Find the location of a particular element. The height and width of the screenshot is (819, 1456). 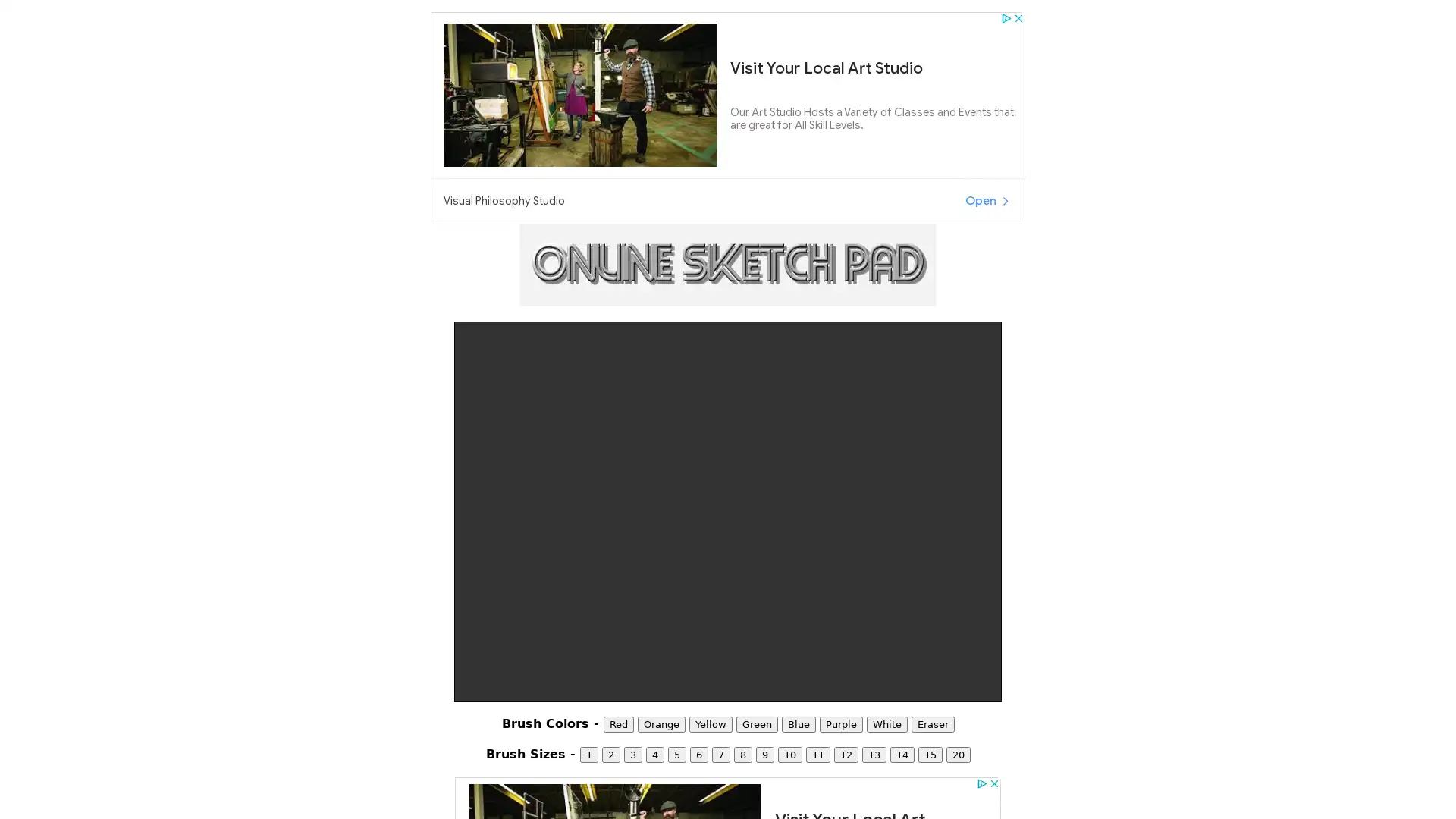

7 is located at coordinates (720, 755).